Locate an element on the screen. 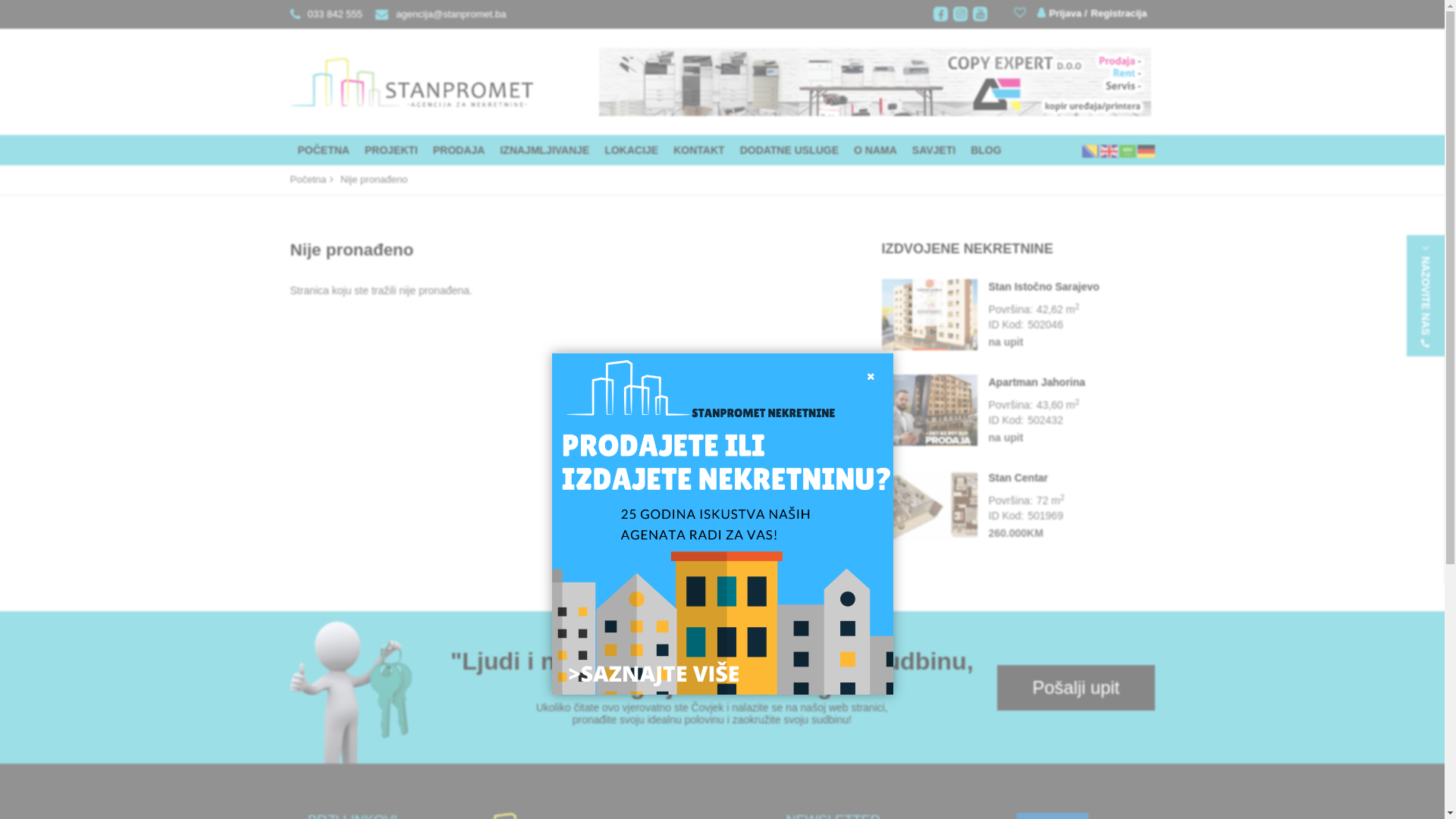 Image resolution: width=1456 pixels, height=819 pixels. 'IZNAJMLJIVANJE' is located at coordinates (544, 149).